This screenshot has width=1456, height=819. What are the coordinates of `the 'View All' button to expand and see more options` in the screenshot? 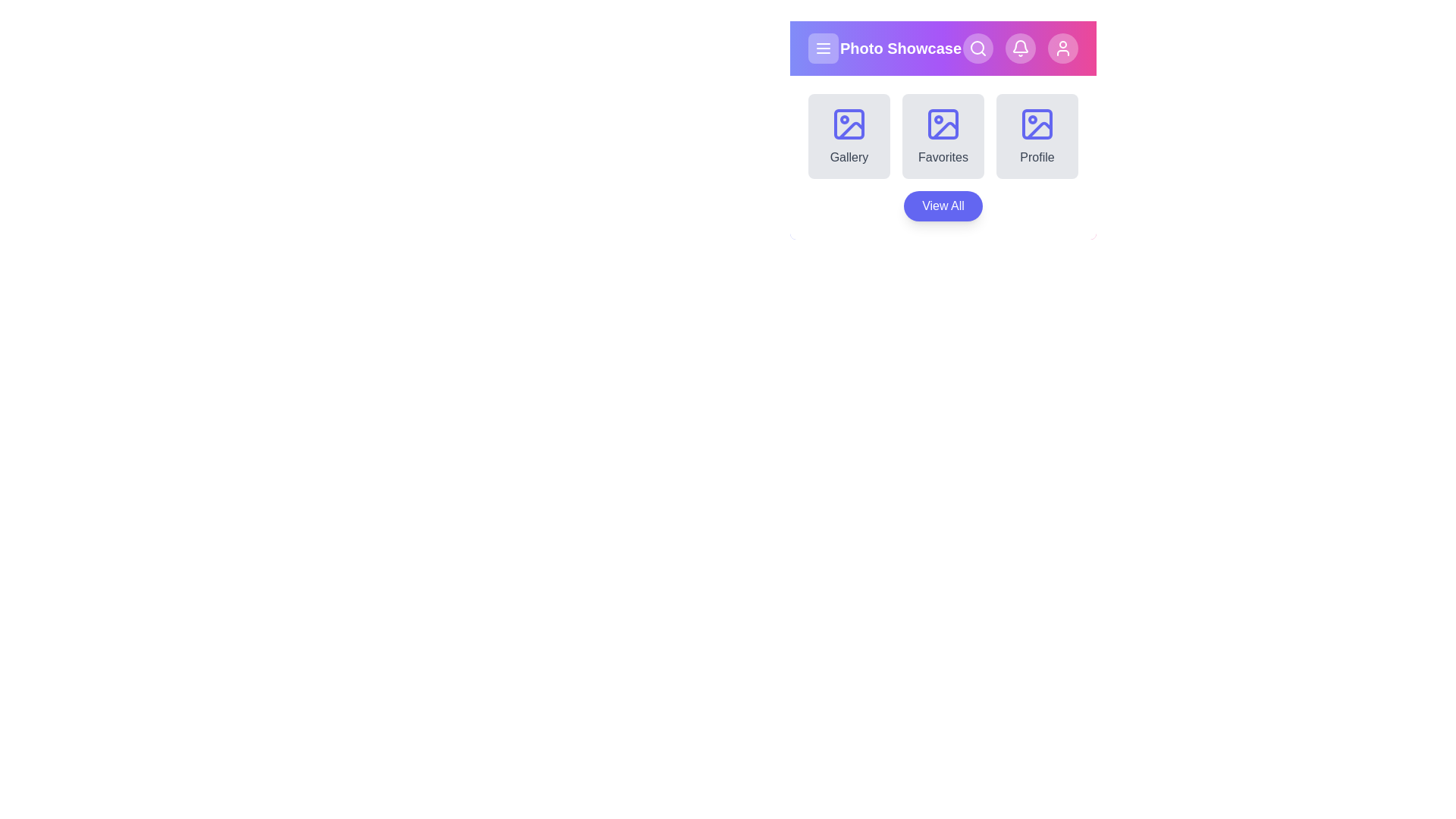 It's located at (942, 206).